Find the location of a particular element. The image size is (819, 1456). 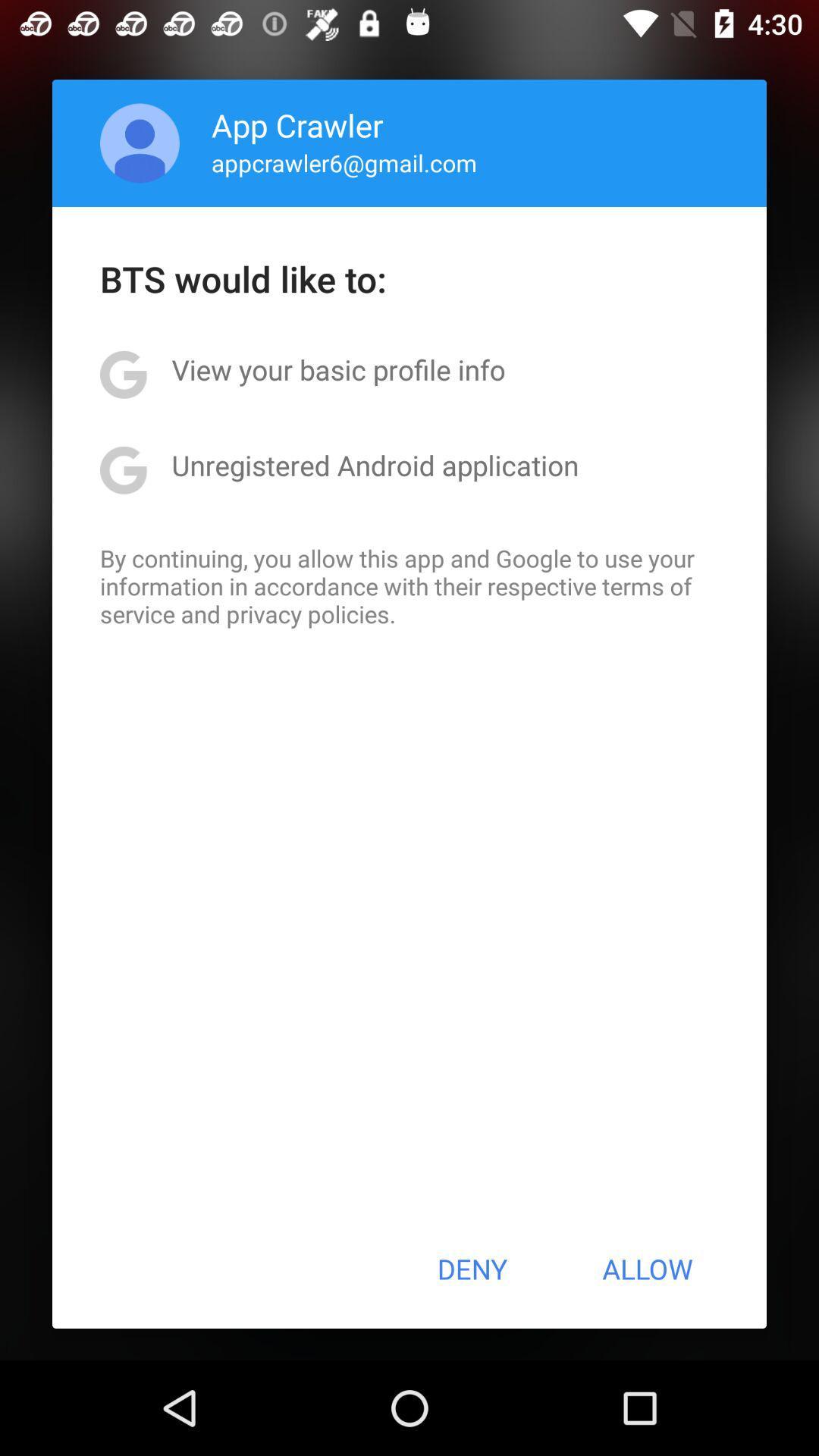

app above the appcrawler6@gmail.com item is located at coordinates (297, 124).